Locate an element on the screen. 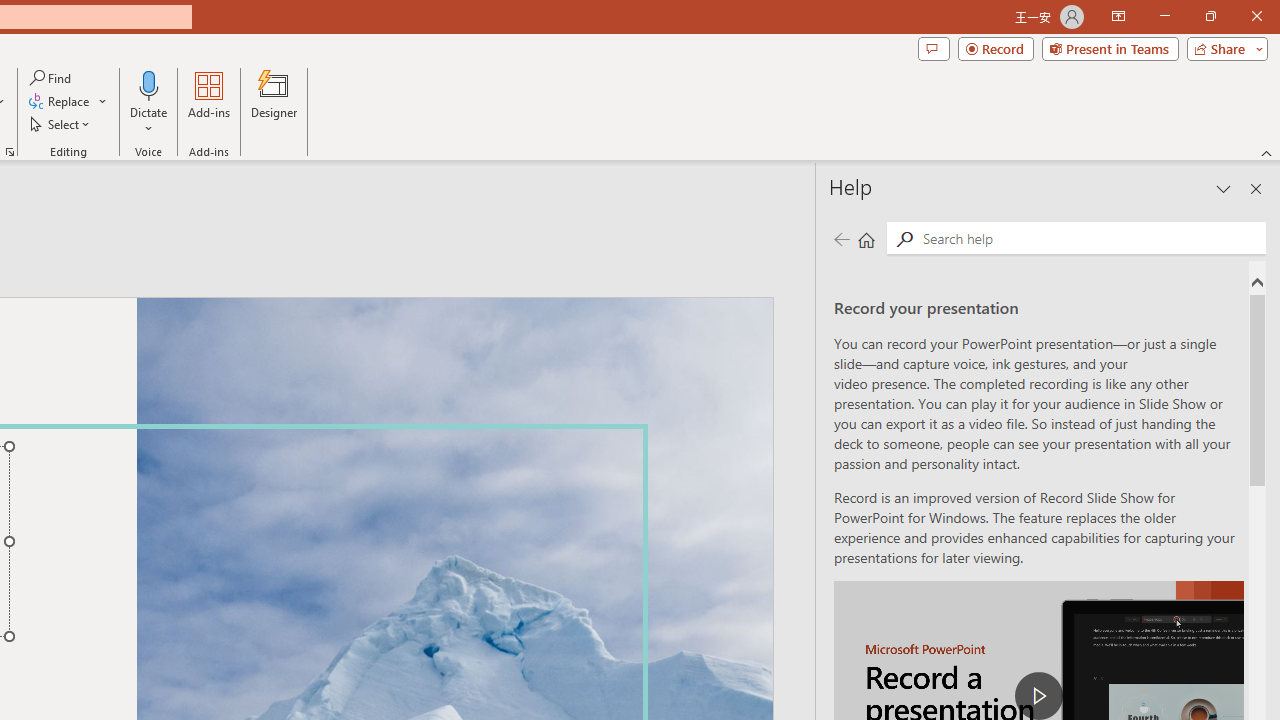  'Dictate' is located at coordinates (148, 84).